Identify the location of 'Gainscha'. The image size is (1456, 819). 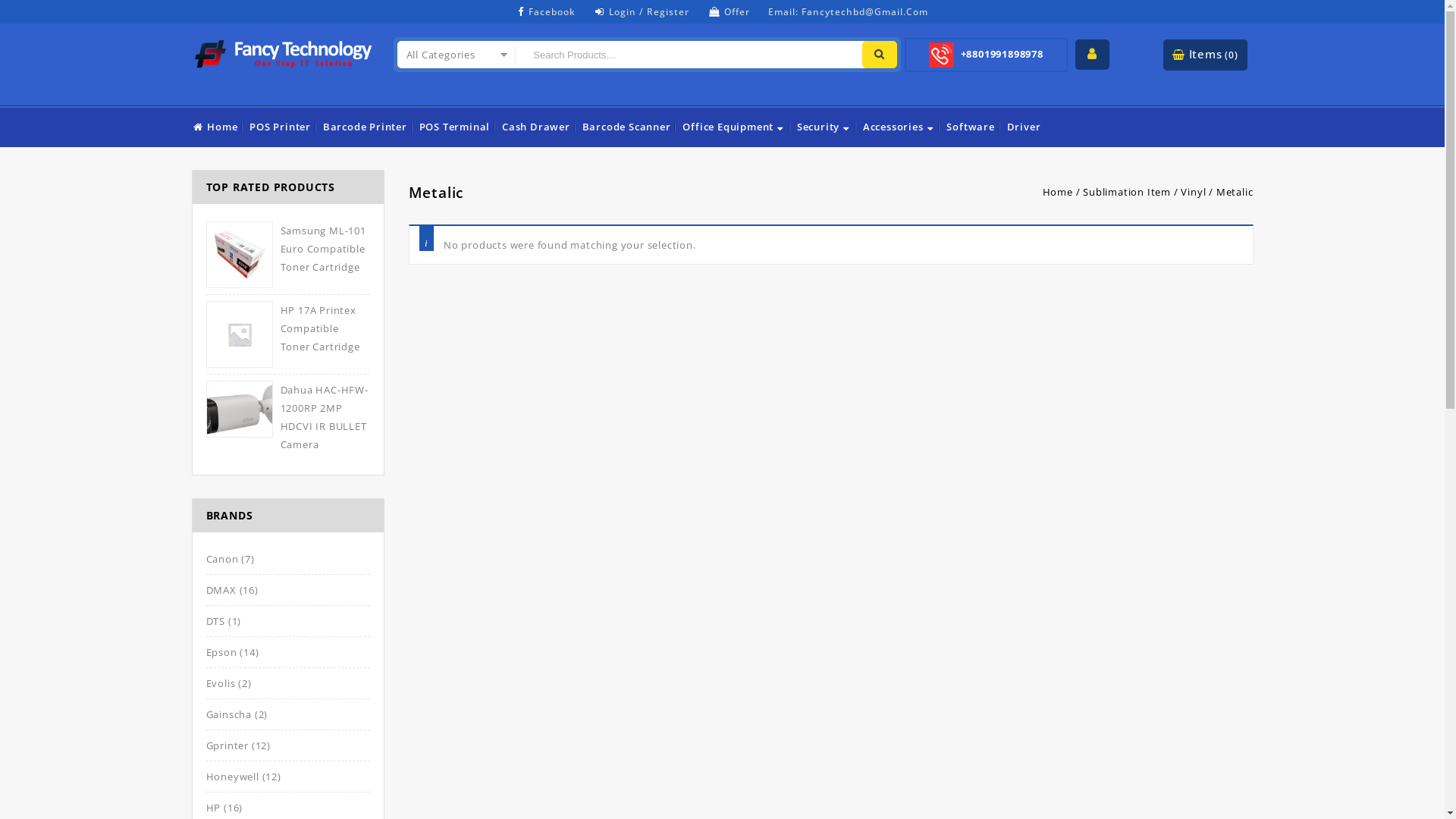
(228, 714).